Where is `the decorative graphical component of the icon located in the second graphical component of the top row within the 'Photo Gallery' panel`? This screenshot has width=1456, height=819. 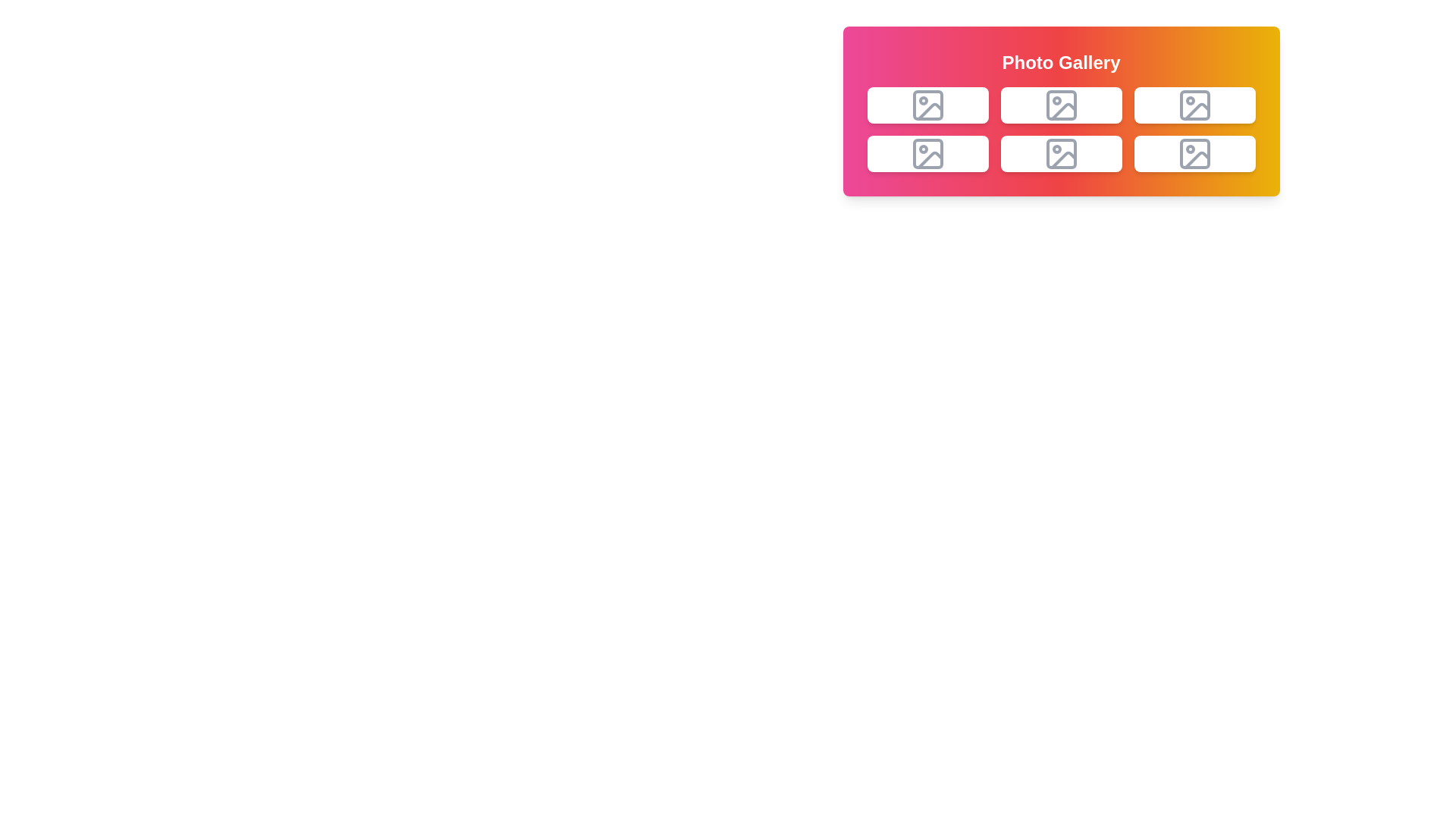
the decorative graphical component of the icon located in the second graphical component of the top row within the 'Photo Gallery' panel is located at coordinates (1062, 111).